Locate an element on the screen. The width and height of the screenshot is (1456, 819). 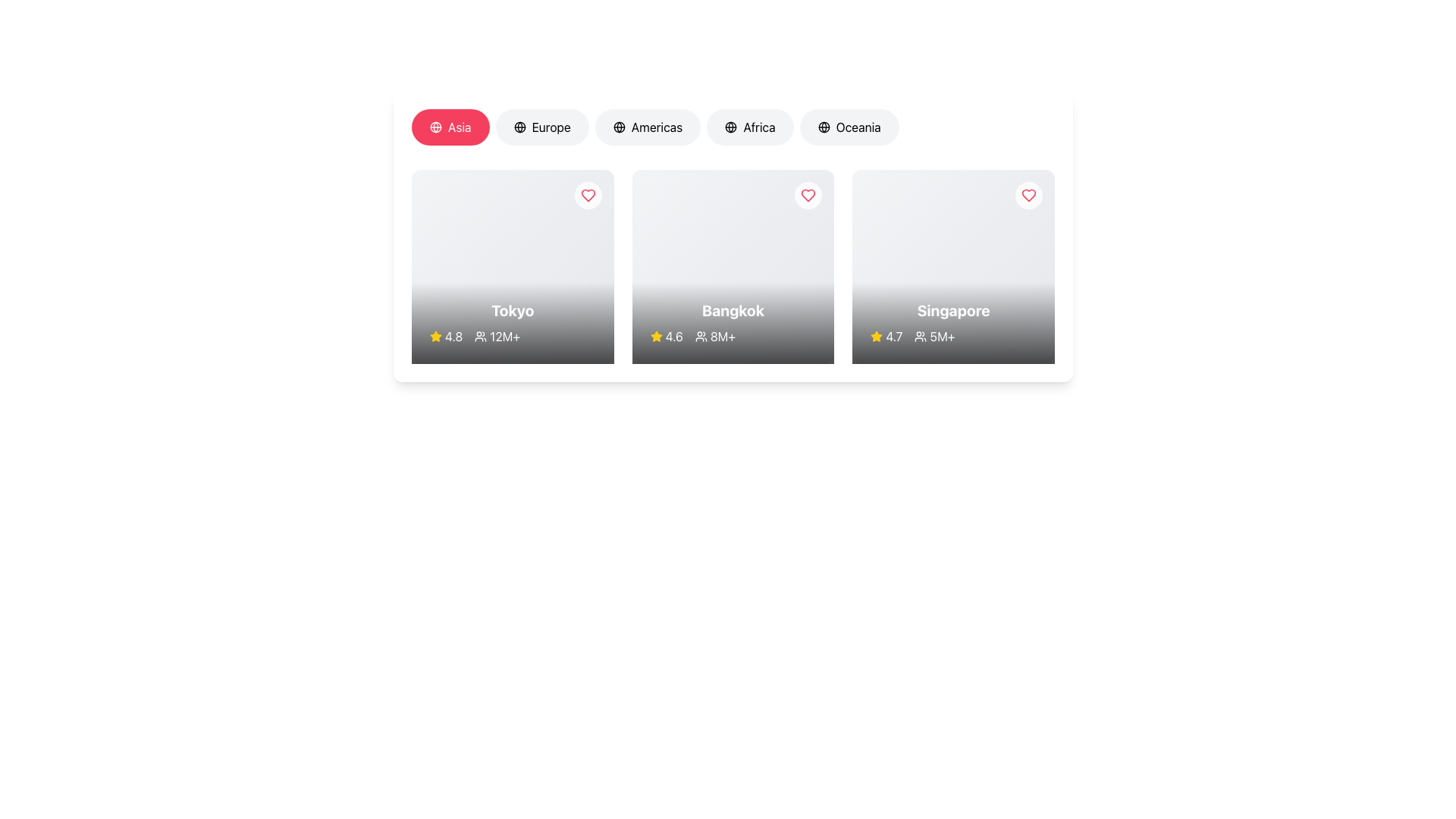
the informational display panel at the bottom of the middle card, which features the text 'Bangkok' in bold white font and additional details like a rating '4.6' and '8M+' is located at coordinates (733, 322).